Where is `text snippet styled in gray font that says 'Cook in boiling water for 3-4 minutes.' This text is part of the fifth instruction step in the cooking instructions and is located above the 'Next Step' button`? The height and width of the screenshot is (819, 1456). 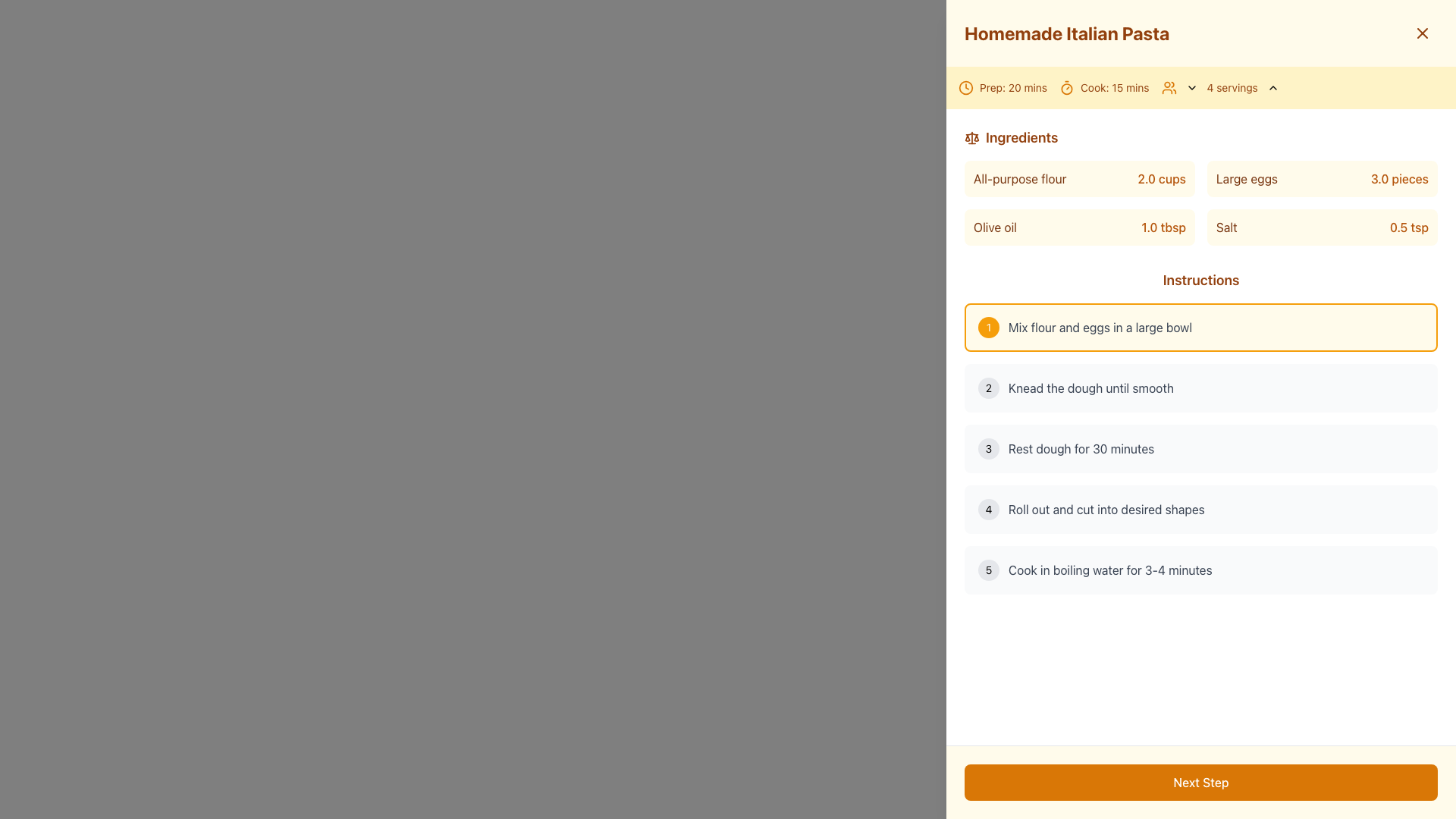 text snippet styled in gray font that says 'Cook in boiling water for 3-4 minutes.' This text is part of the fifth instruction step in the cooking instructions and is located above the 'Next Step' button is located at coordinates (1110, 570).